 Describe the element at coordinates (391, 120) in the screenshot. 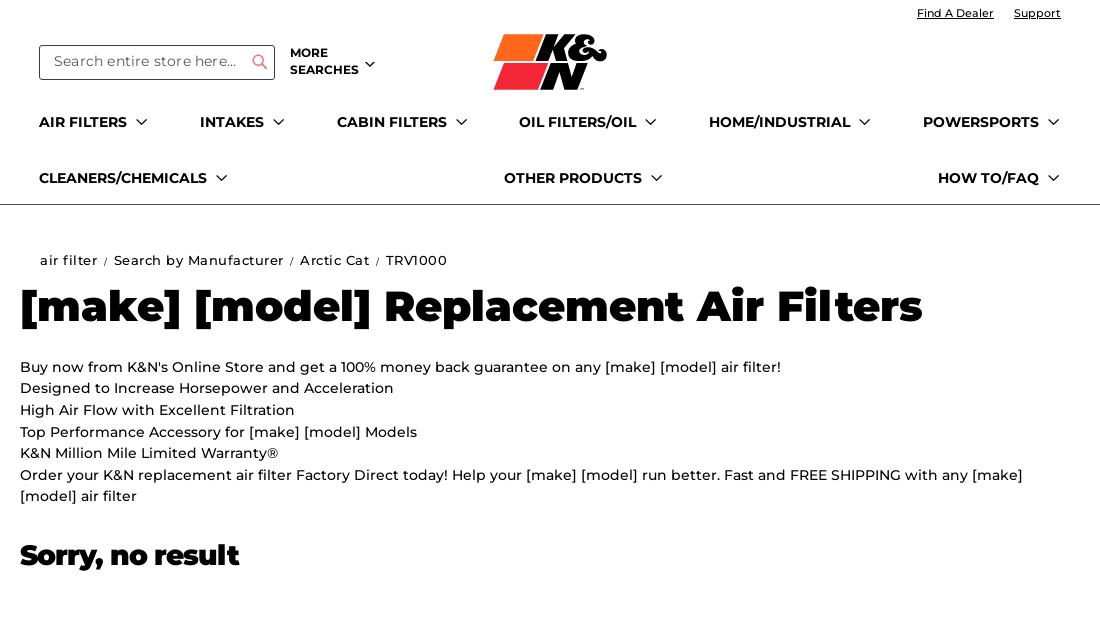

I see `'CABIN FILTERS'` at that location.